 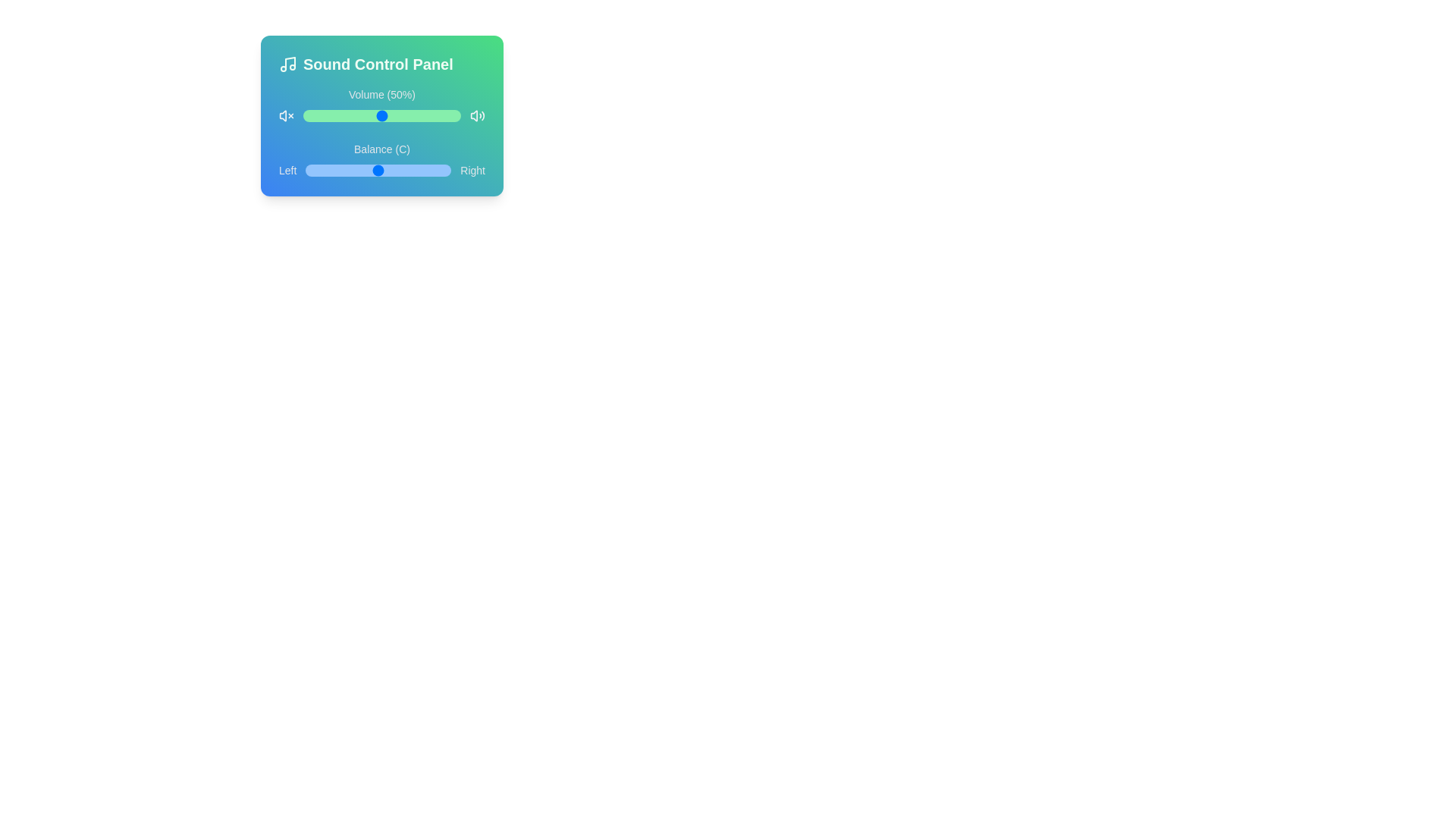 What do you see at coordinates (329, 170) in the screenshot?
I see `balance` at bounding box center [329, 170].